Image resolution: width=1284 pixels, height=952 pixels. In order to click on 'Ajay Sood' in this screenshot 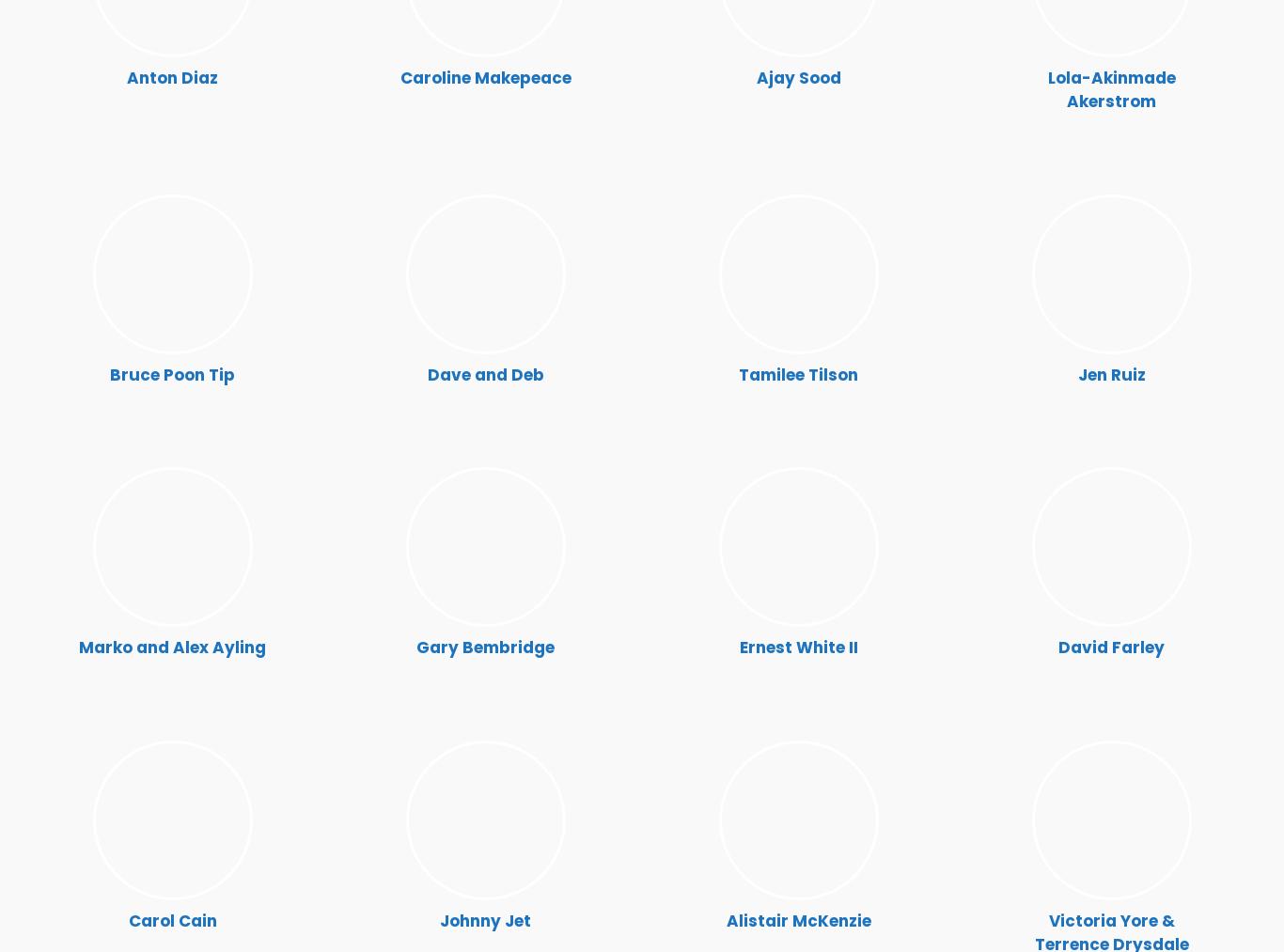, I will do `click(796, 75)`.